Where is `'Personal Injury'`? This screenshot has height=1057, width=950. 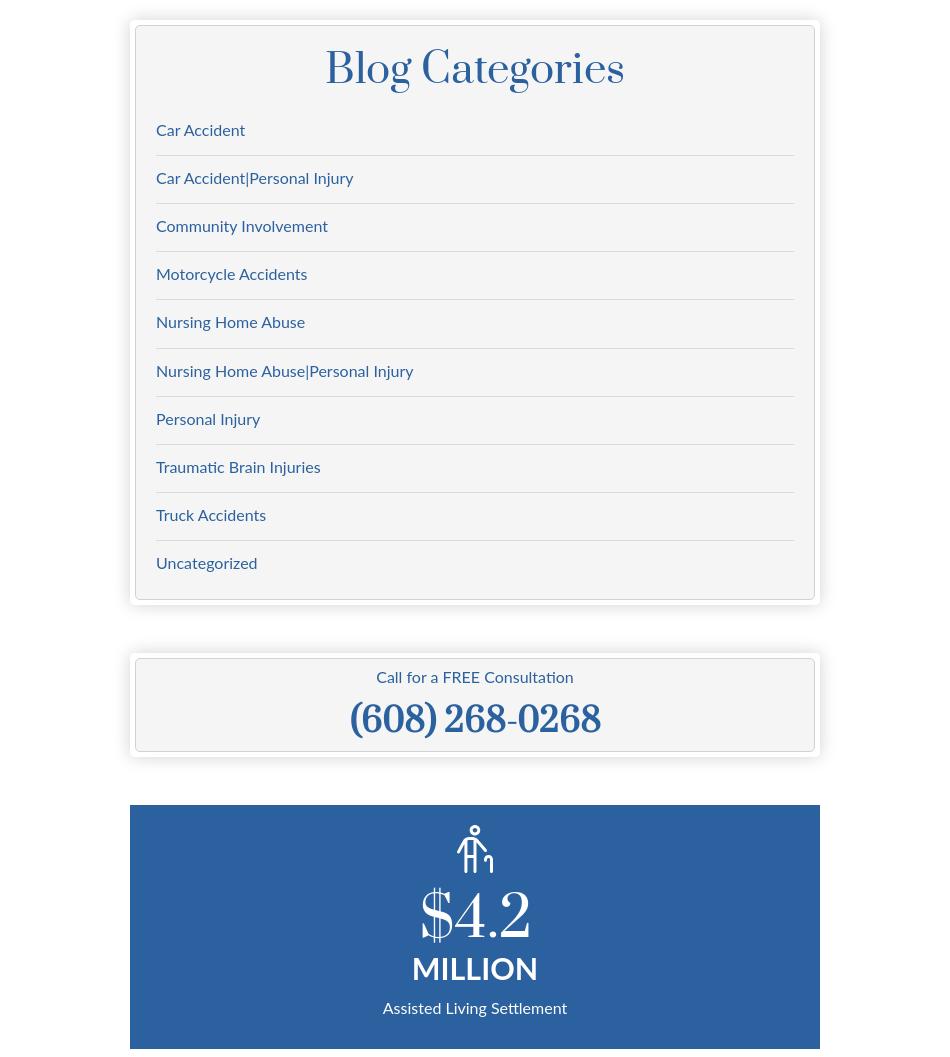 'Personal Injury' is located at coordinates (207, 417).